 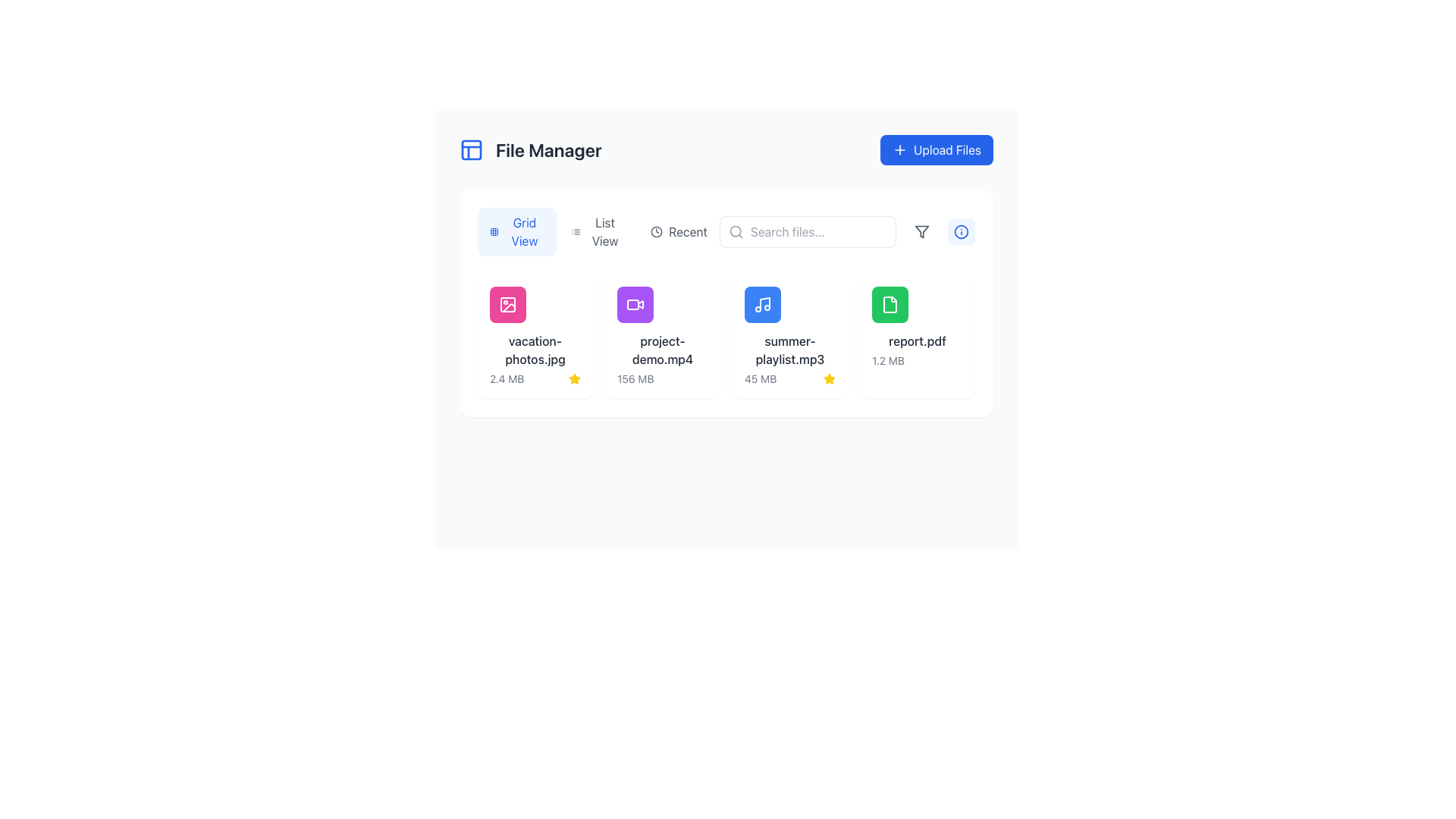 What do you see at coordinates (916, 376) in the screenshot?
I see `the share button on the interactive control panel located at the bottom of the 'report.pdf' file item in the grid display to share the file` at bounding box center [916, 376].